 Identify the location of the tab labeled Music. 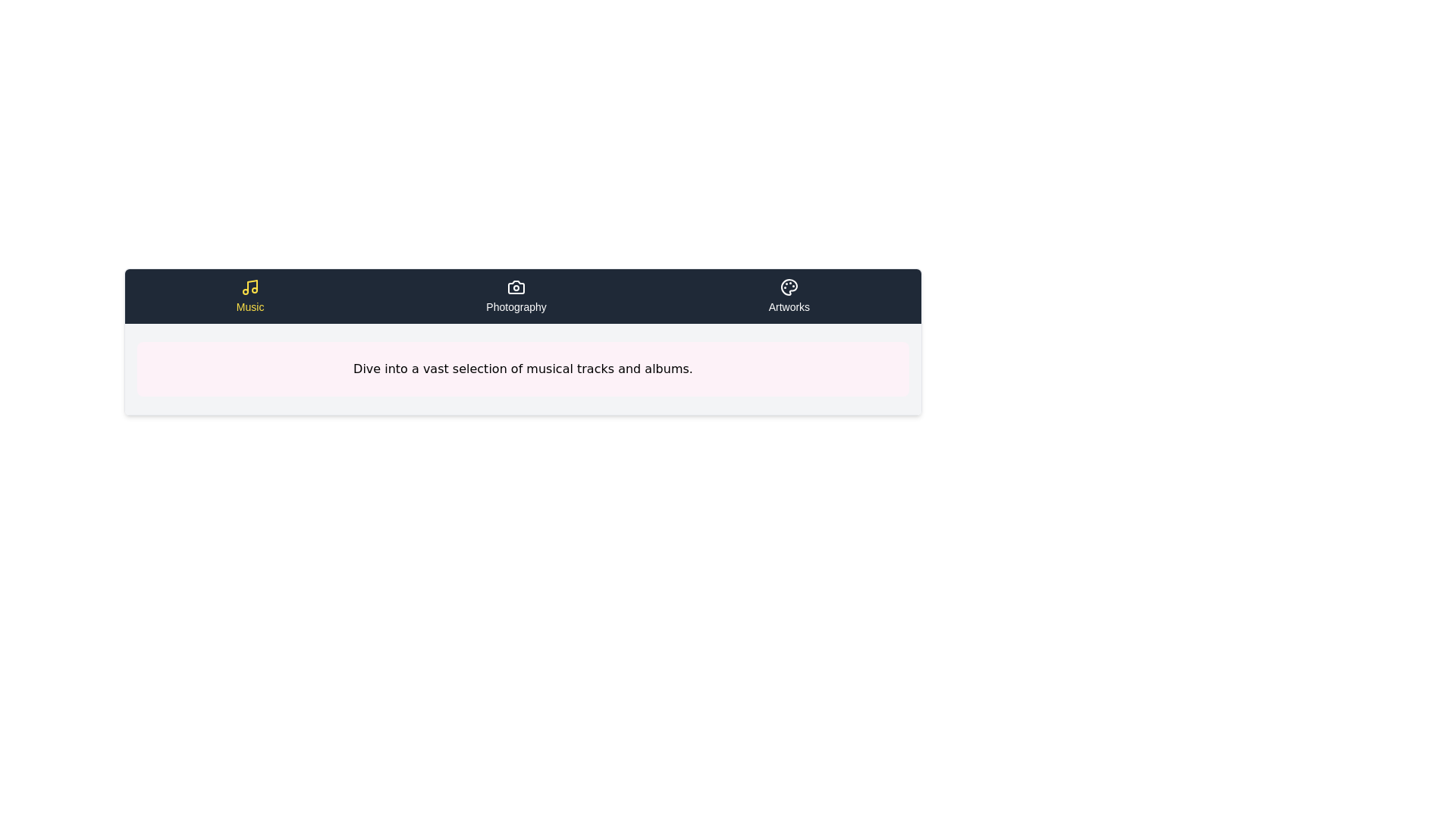
(250, 296).